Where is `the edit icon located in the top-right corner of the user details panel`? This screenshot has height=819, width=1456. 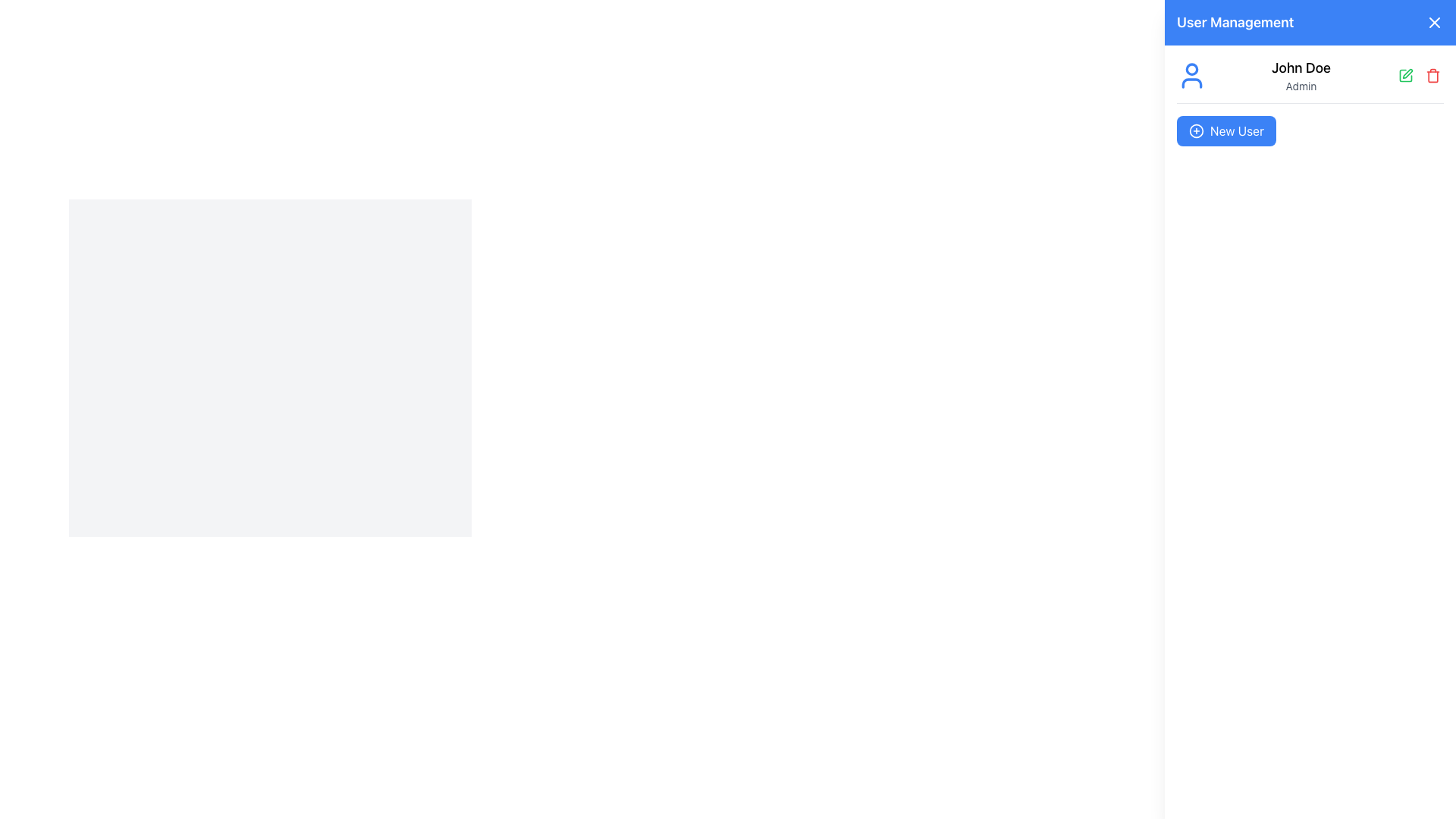 the edit icon located in the top-right corner of the user details panel is located at coordinates (1407, 74).